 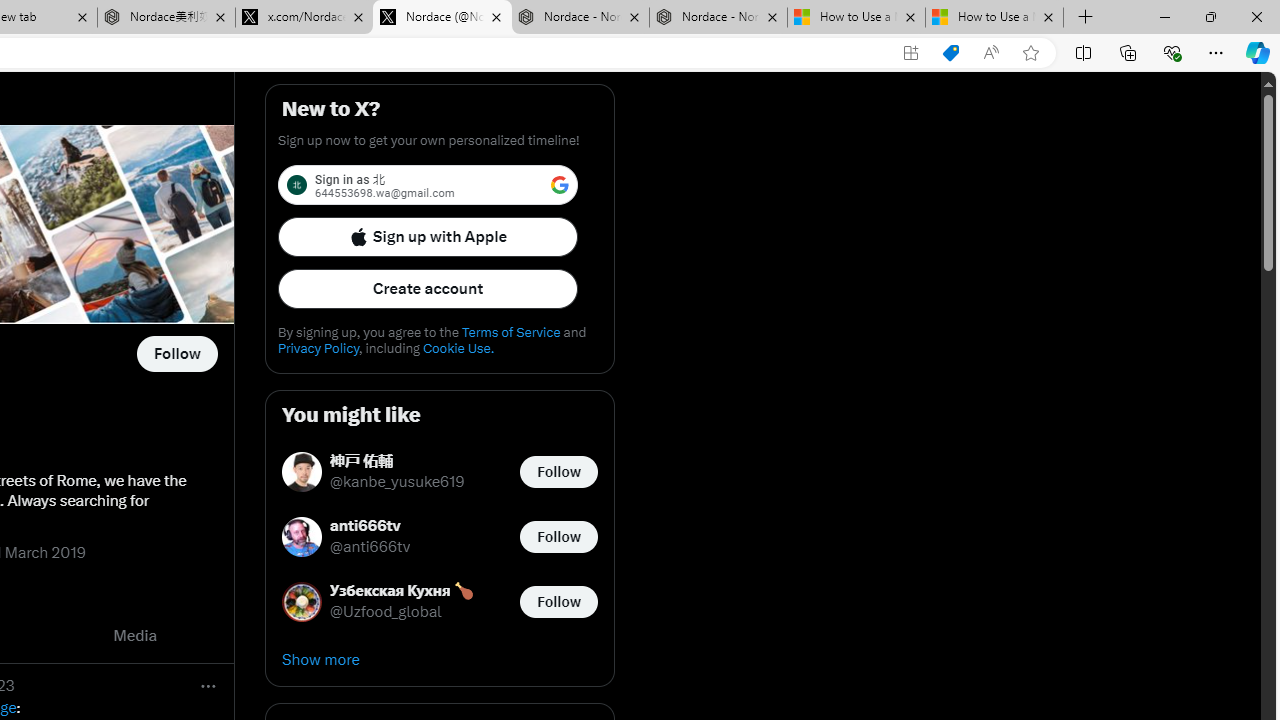 I want to click on 'Sign up with Apple', so click(x=427, y=235).